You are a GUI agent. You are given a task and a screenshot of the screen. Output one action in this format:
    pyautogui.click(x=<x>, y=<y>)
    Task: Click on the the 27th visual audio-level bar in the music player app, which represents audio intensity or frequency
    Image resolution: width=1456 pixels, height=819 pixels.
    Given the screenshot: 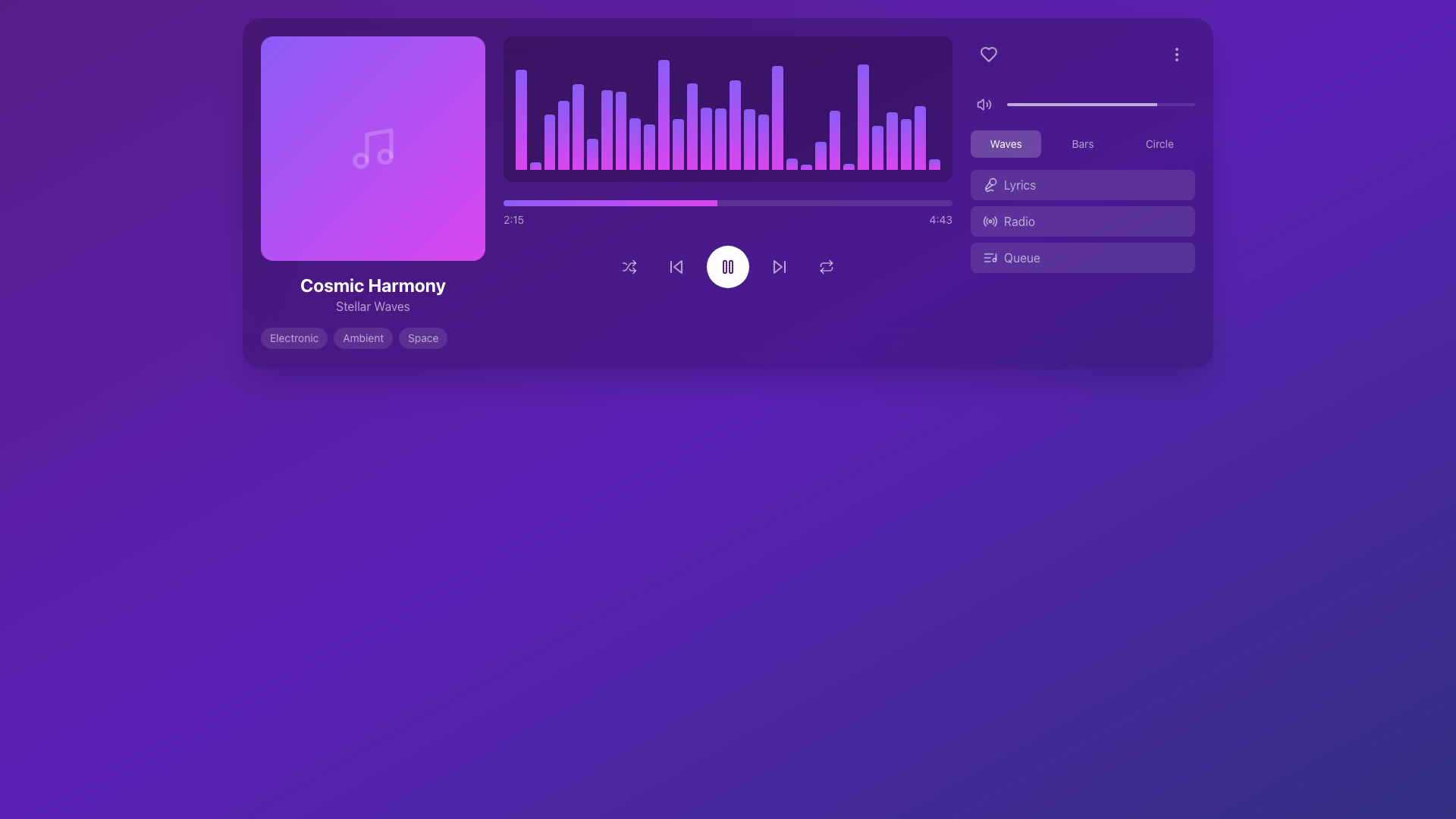 What is the action you would take?
    pyautogui.click(x=892, y=141)
    